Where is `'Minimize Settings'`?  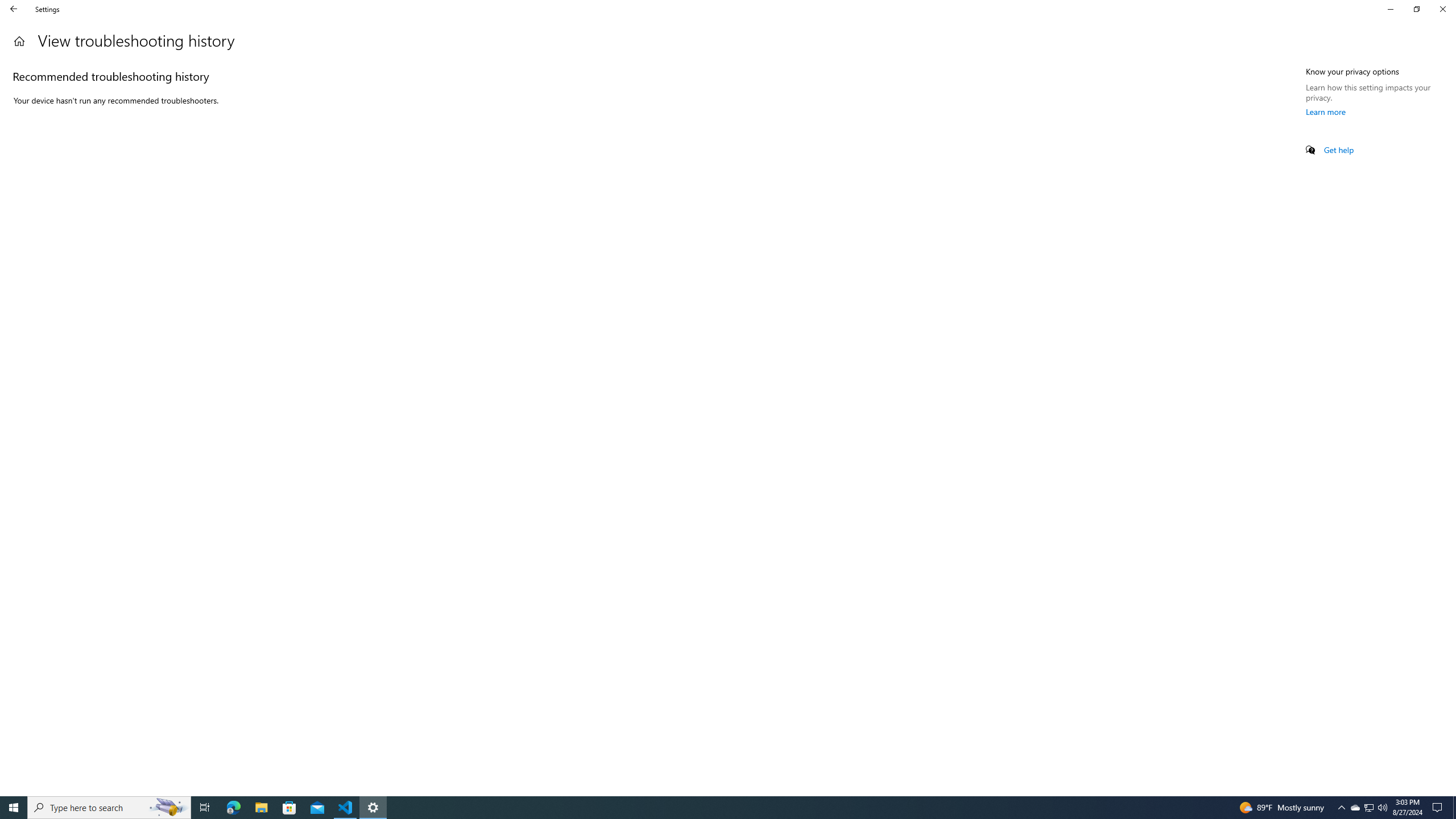
'Minimize Settings' is located at coordinates (1389, 9).